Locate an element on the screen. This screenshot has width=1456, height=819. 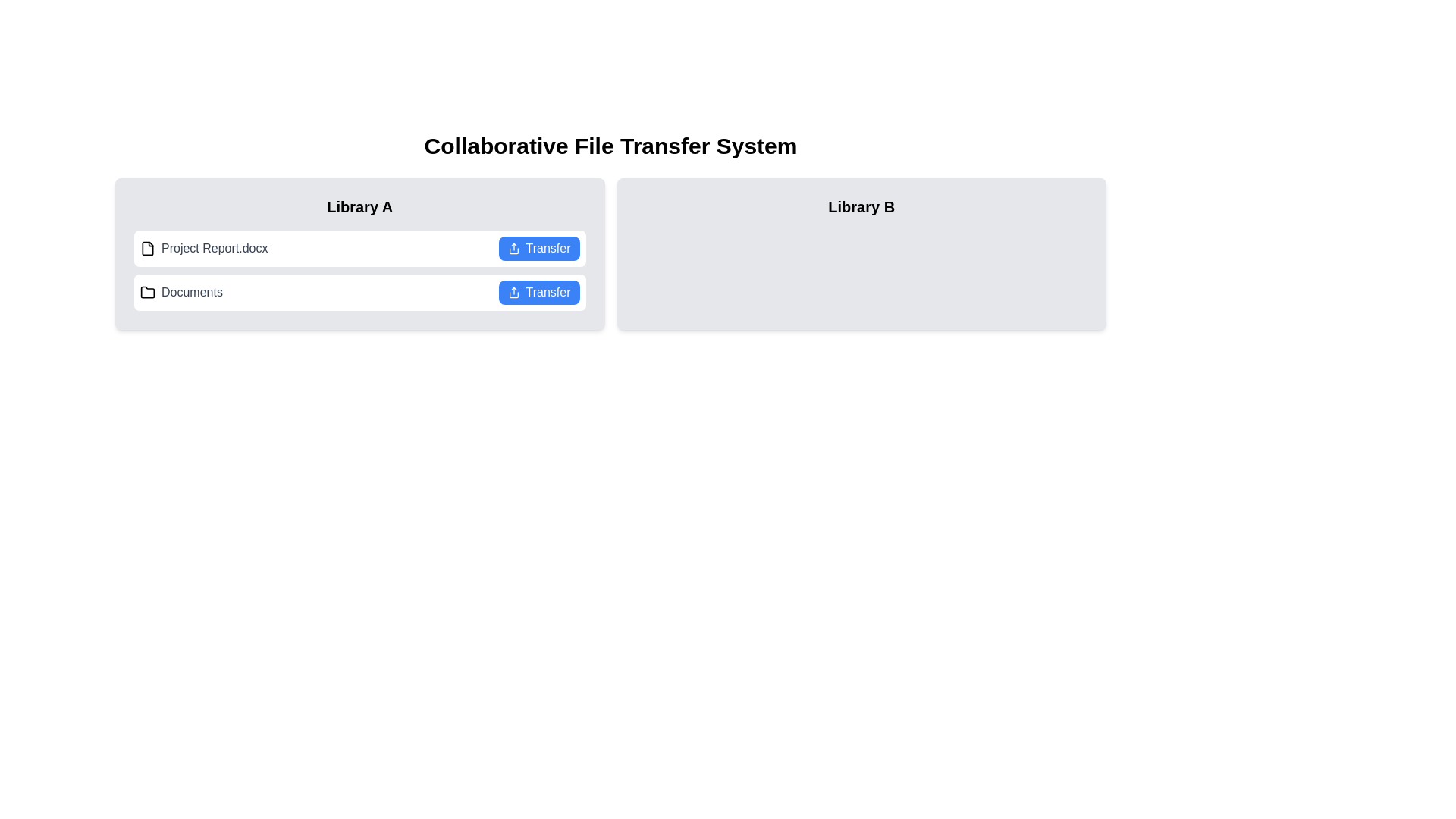
the blue 'Transfer' button with rounded corners, containing white text and an upward arrow icon, located at the far right of the second row in the 'Documents Transfer' group to initiate a transfer operation is located at coordinates (538, 292).